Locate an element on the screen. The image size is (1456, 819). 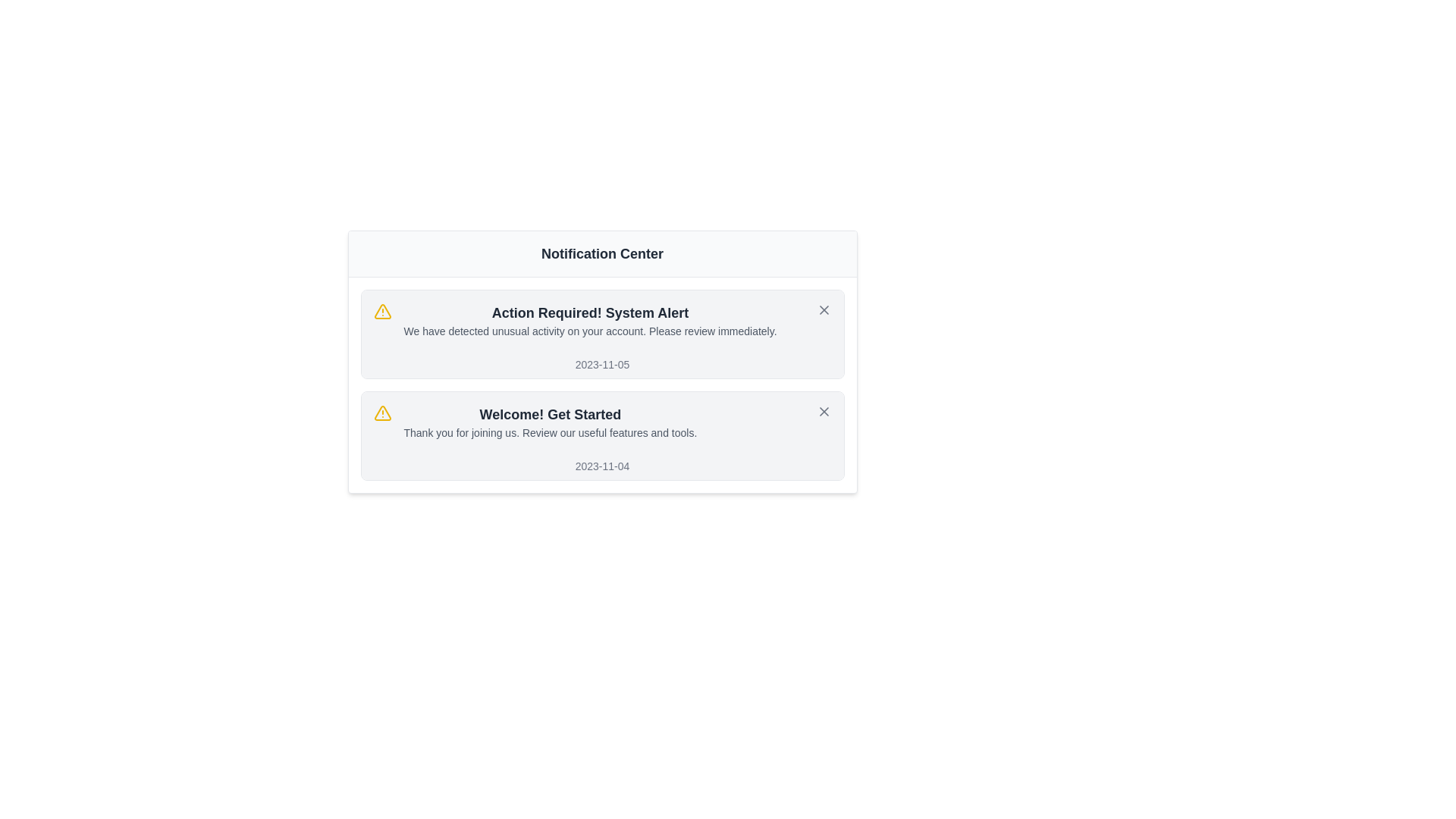
the second notification card in the Notification Center, which displays a warning icon, a title 'Welcome! Get Started', and the date '2023-11-04' is located at coordinates (601, 435).